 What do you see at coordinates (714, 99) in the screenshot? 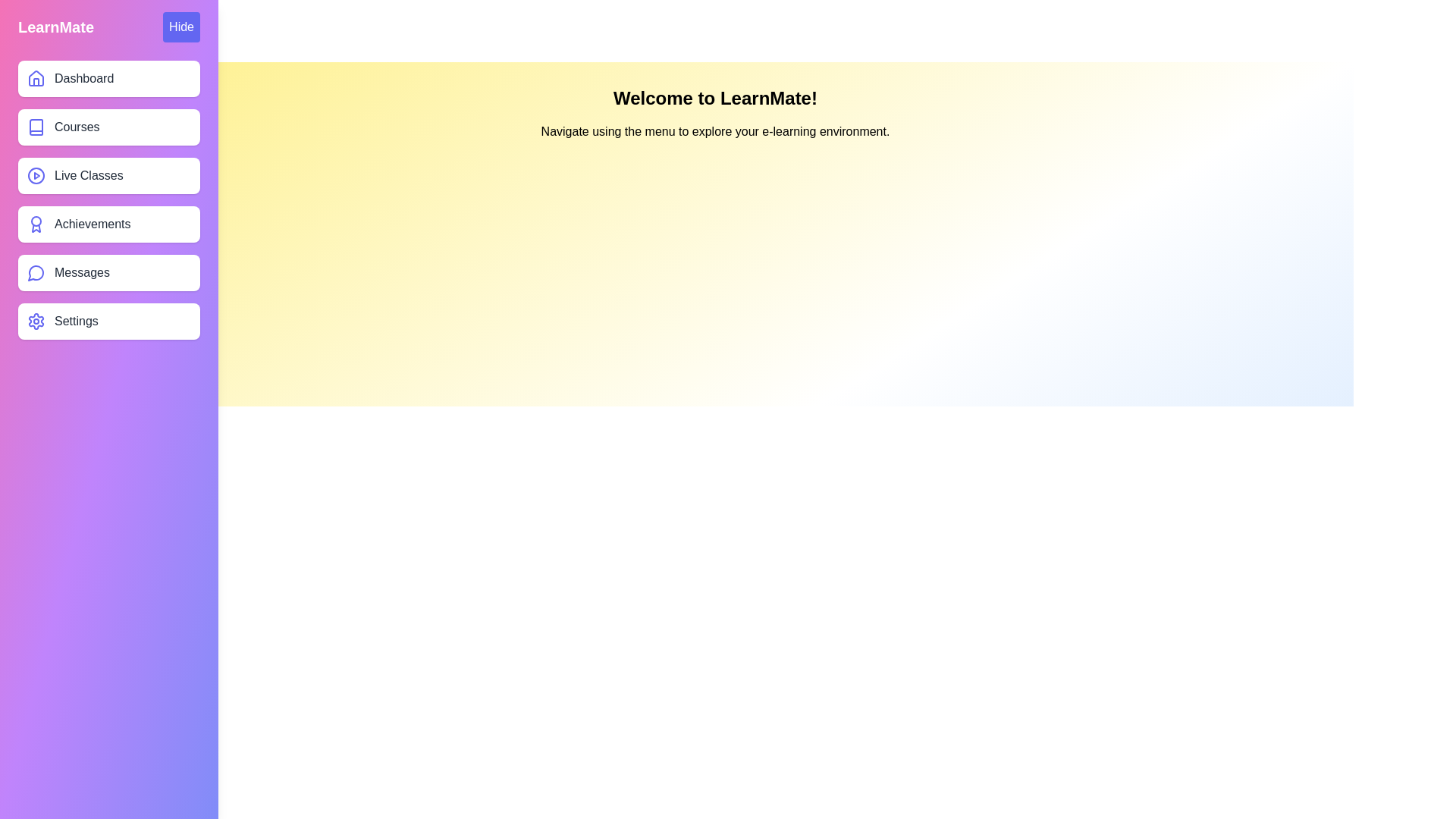
I see `the title text 'Welcome to LearnMate!'` at bounding box center [714, 99].